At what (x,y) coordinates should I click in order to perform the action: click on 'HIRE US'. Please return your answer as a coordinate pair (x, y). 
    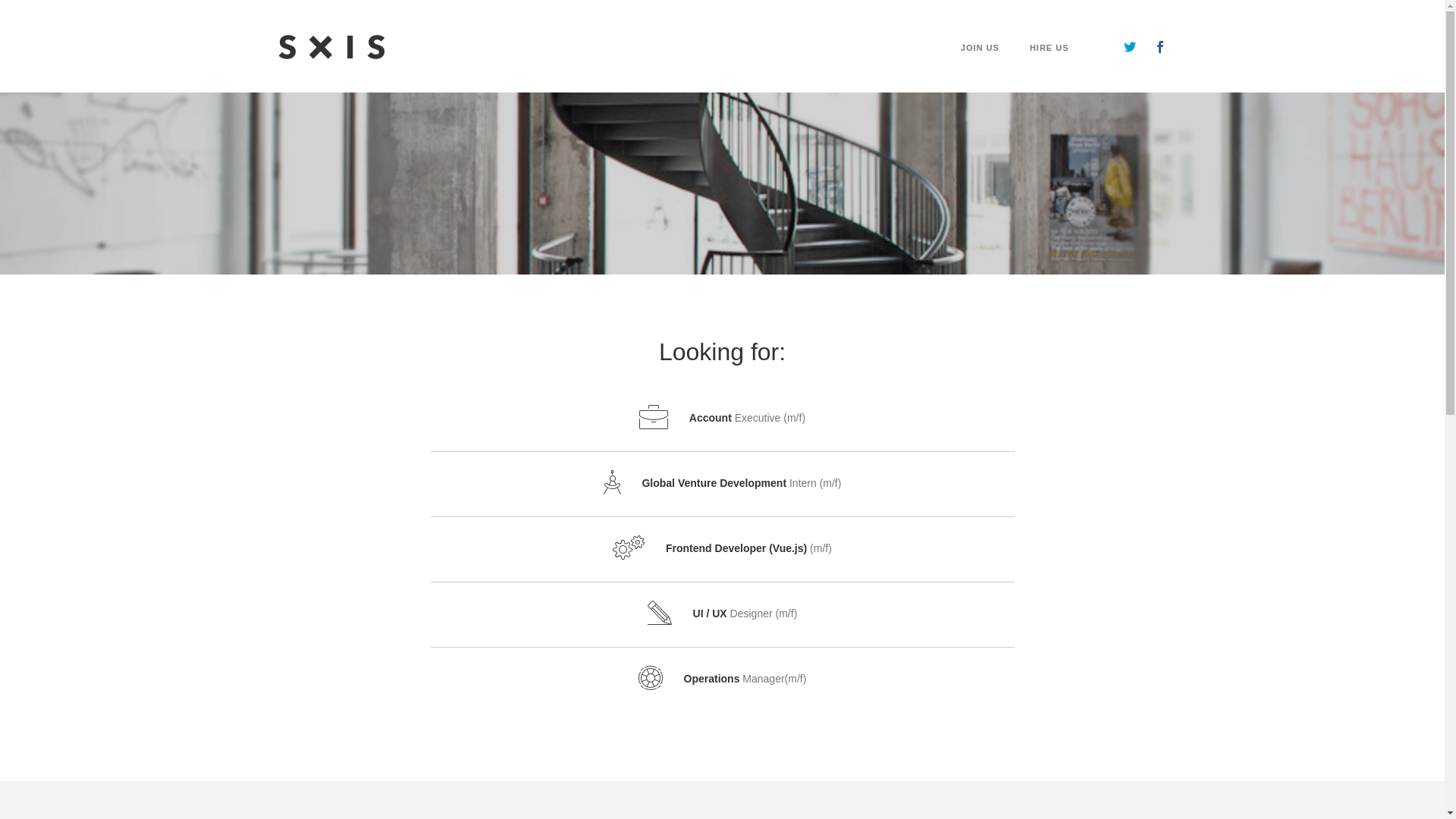
    Looking at the image, I should click on (1030, 67).